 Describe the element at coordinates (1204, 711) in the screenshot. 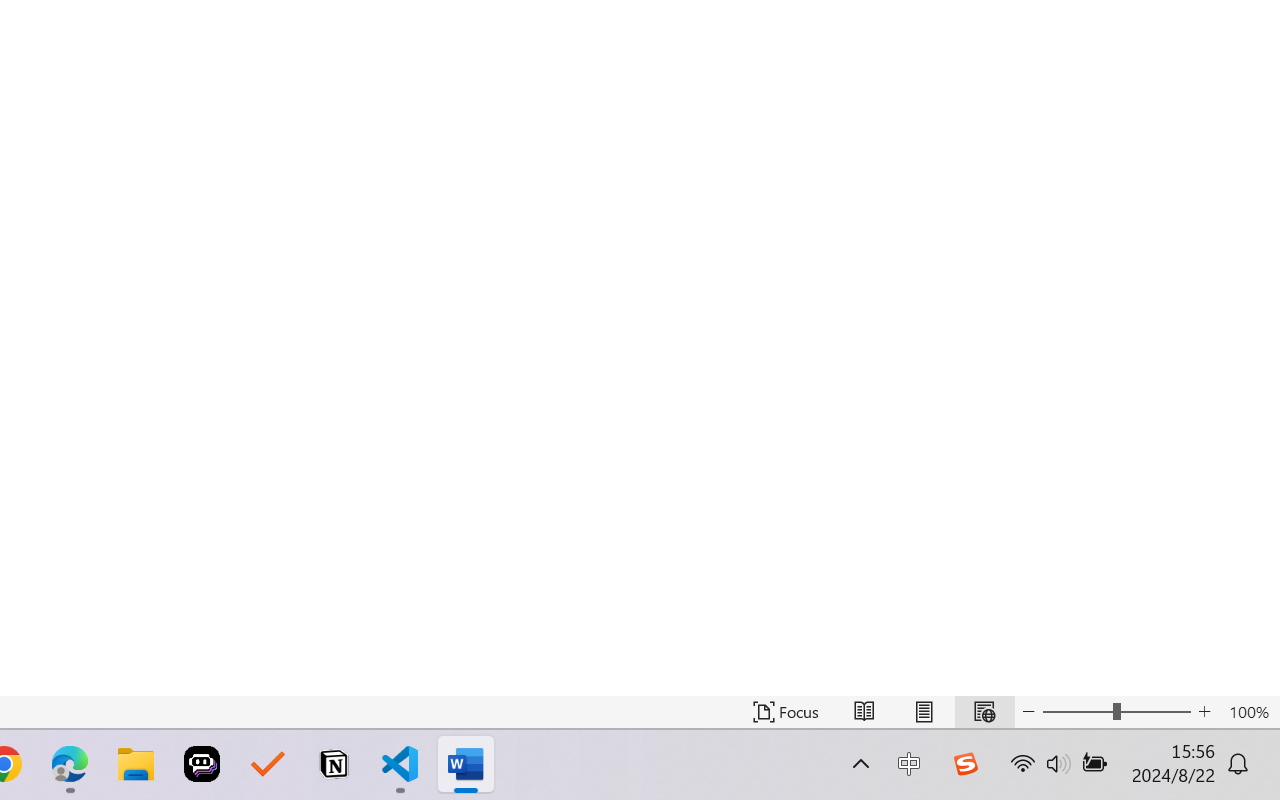

I see `'Zoom In'` at that location.